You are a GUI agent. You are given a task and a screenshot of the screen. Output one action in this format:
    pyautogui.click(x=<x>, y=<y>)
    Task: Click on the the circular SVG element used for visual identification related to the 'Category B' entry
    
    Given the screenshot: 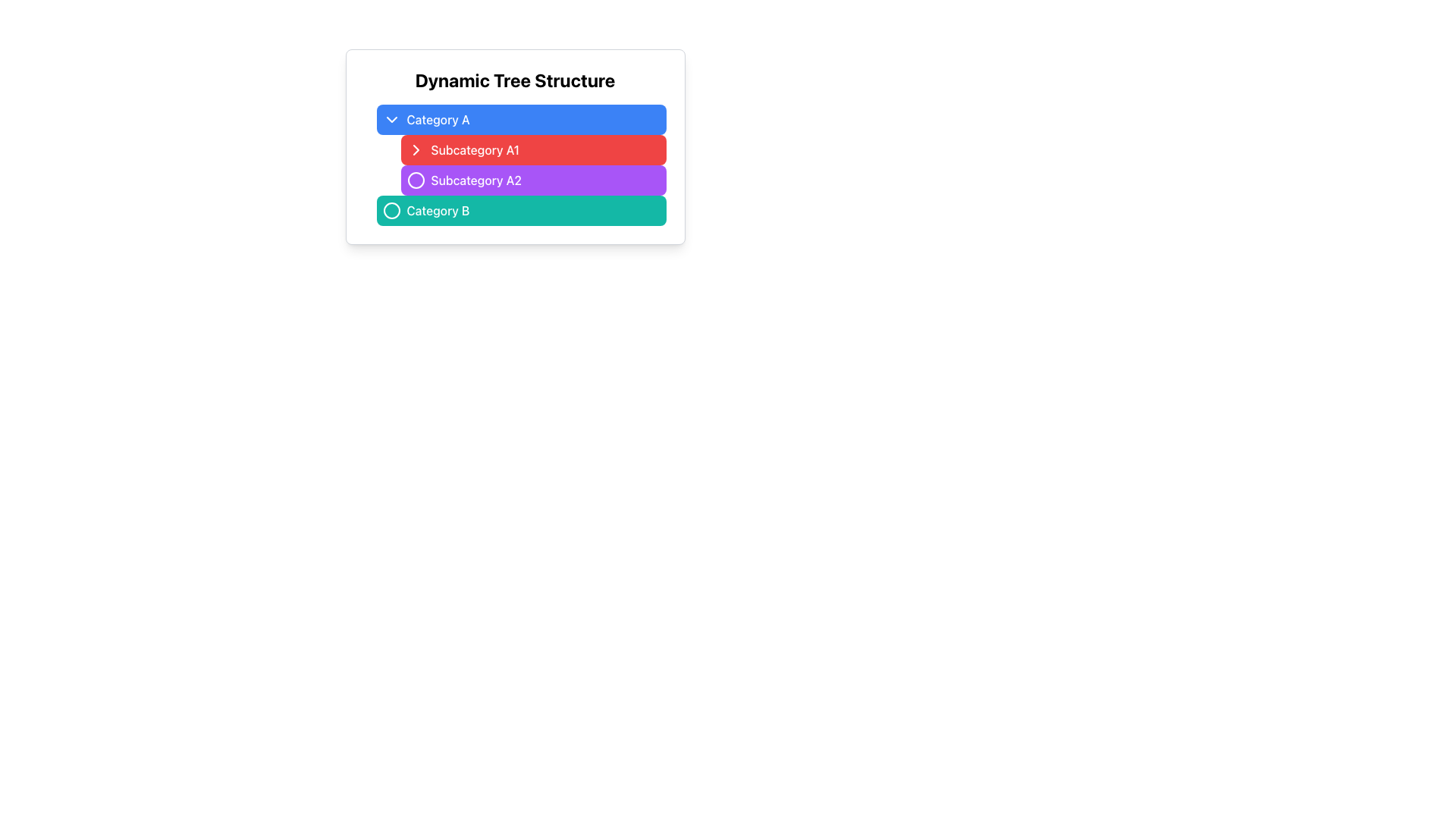 What is the action you would take?
    pyautogui.click(x=391, y=210)
    